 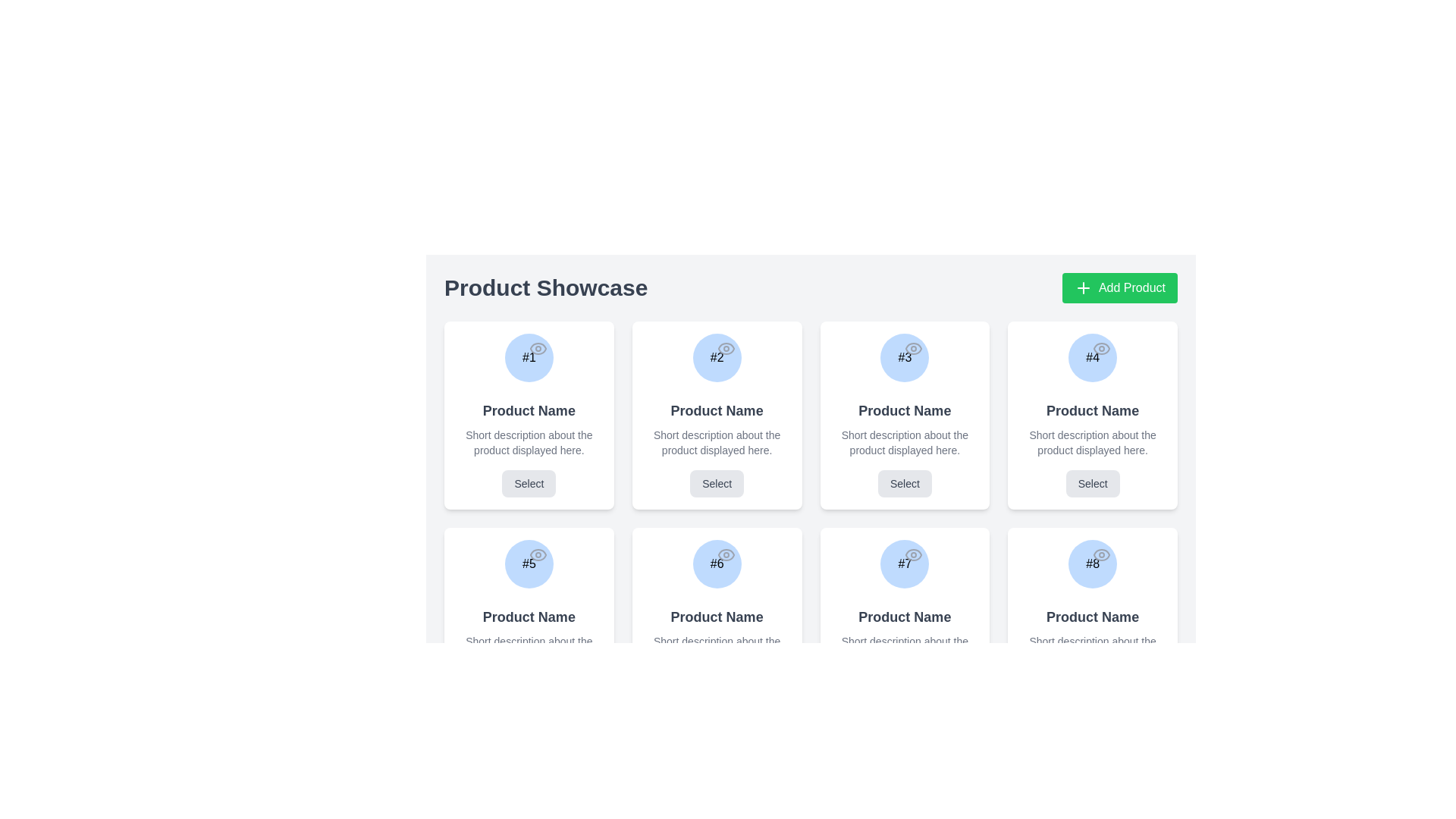 I want to click on the text label displaying '#3' within a circular badge, which is located at the top-center section of the interface, specifically the third badge from the left, so click(x=905, y=357).